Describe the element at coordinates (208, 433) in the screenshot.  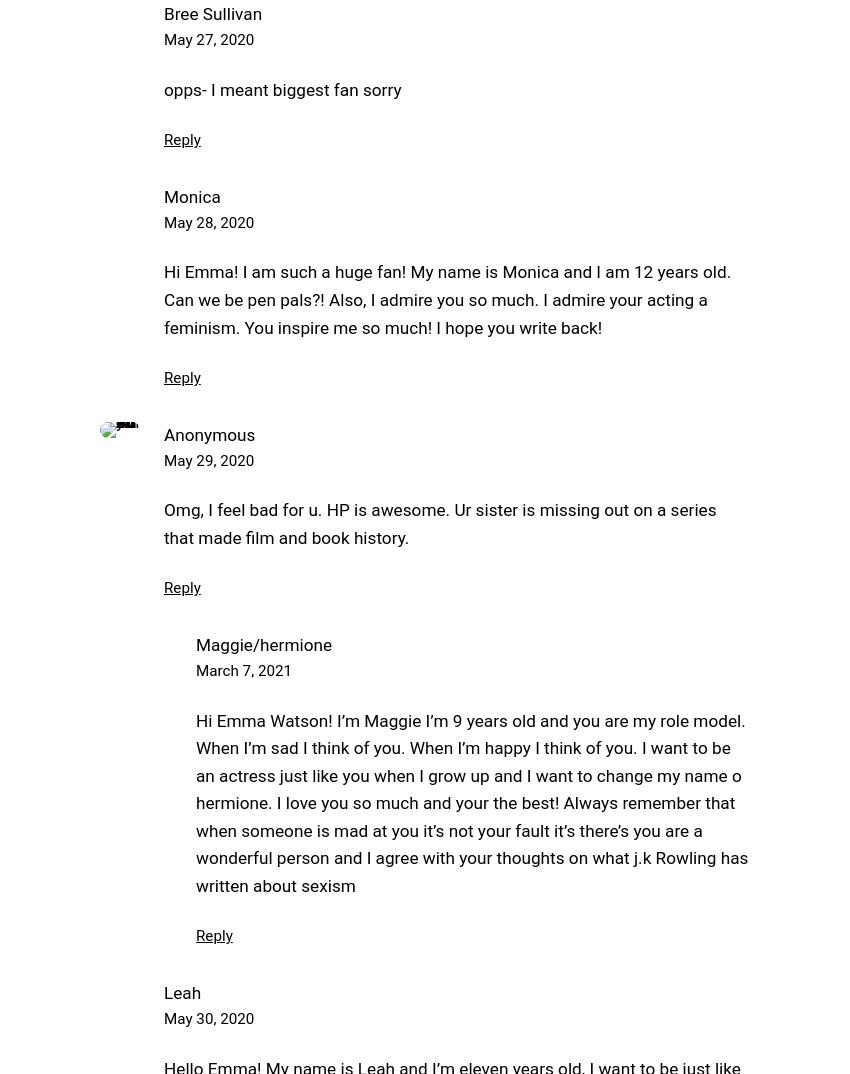
I see `'Anonymous'` at that location.